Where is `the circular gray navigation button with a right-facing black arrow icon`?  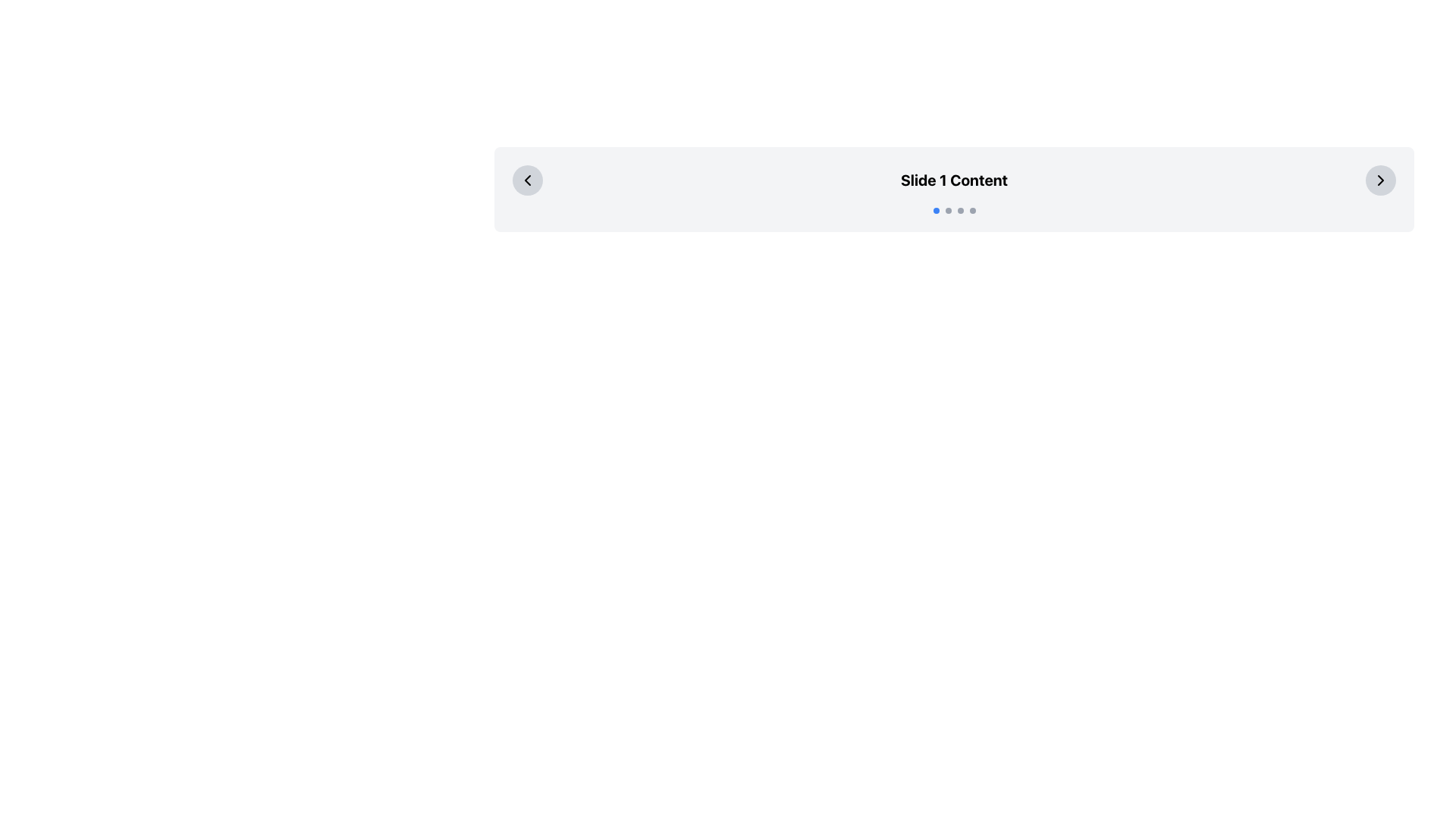
the circular gray navigation button with a right-facing black arrow icon is located at coordinates (1380, 180).